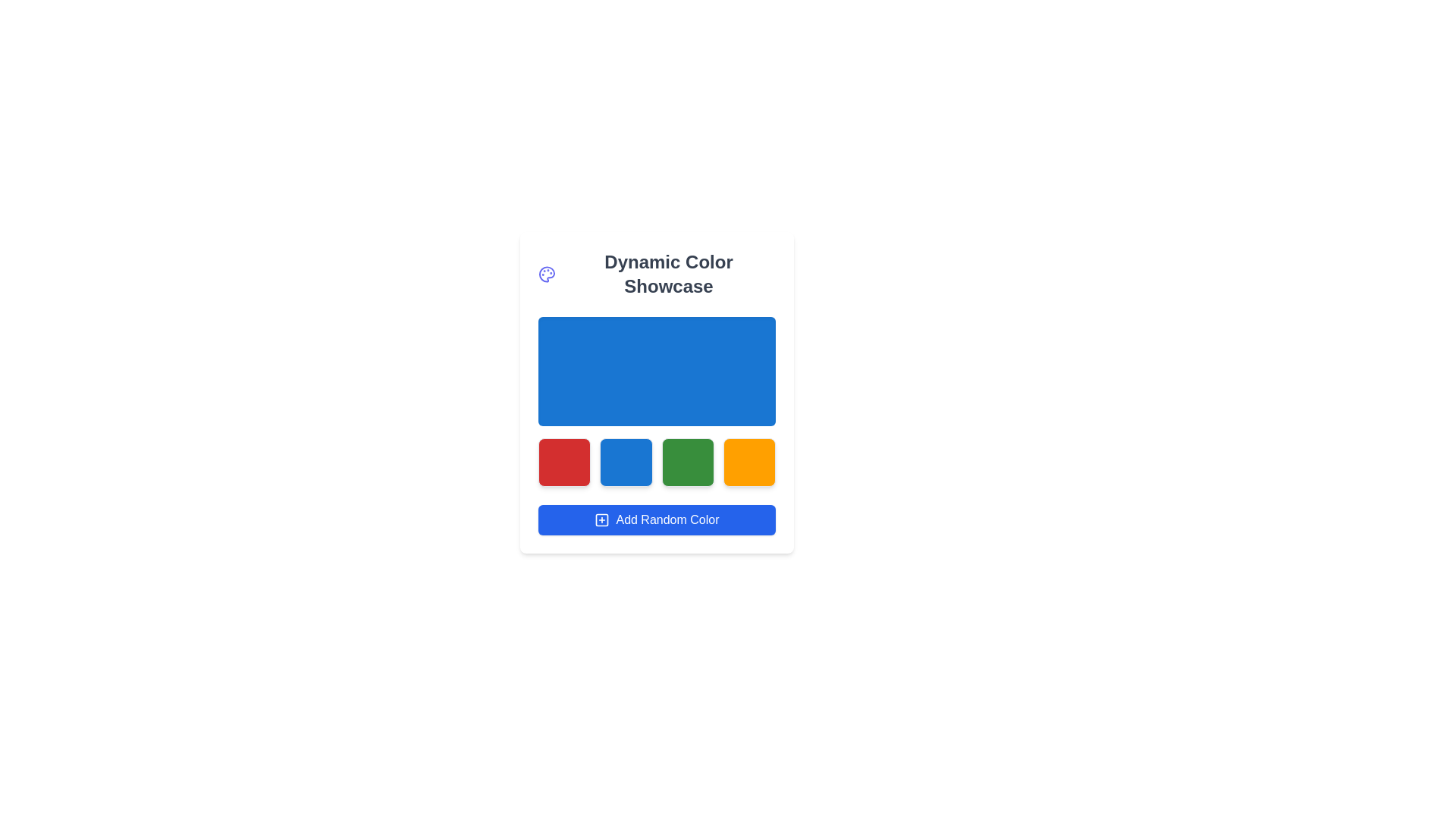 This screenshot has width=1456, height=819. What do you see at coordinates (601, 519) in the screenshot?
I see `the Decorative Icon, a small blue square with rounded corners located at the center of the 'Add Random Color' button` at bounding box center [601, 519].